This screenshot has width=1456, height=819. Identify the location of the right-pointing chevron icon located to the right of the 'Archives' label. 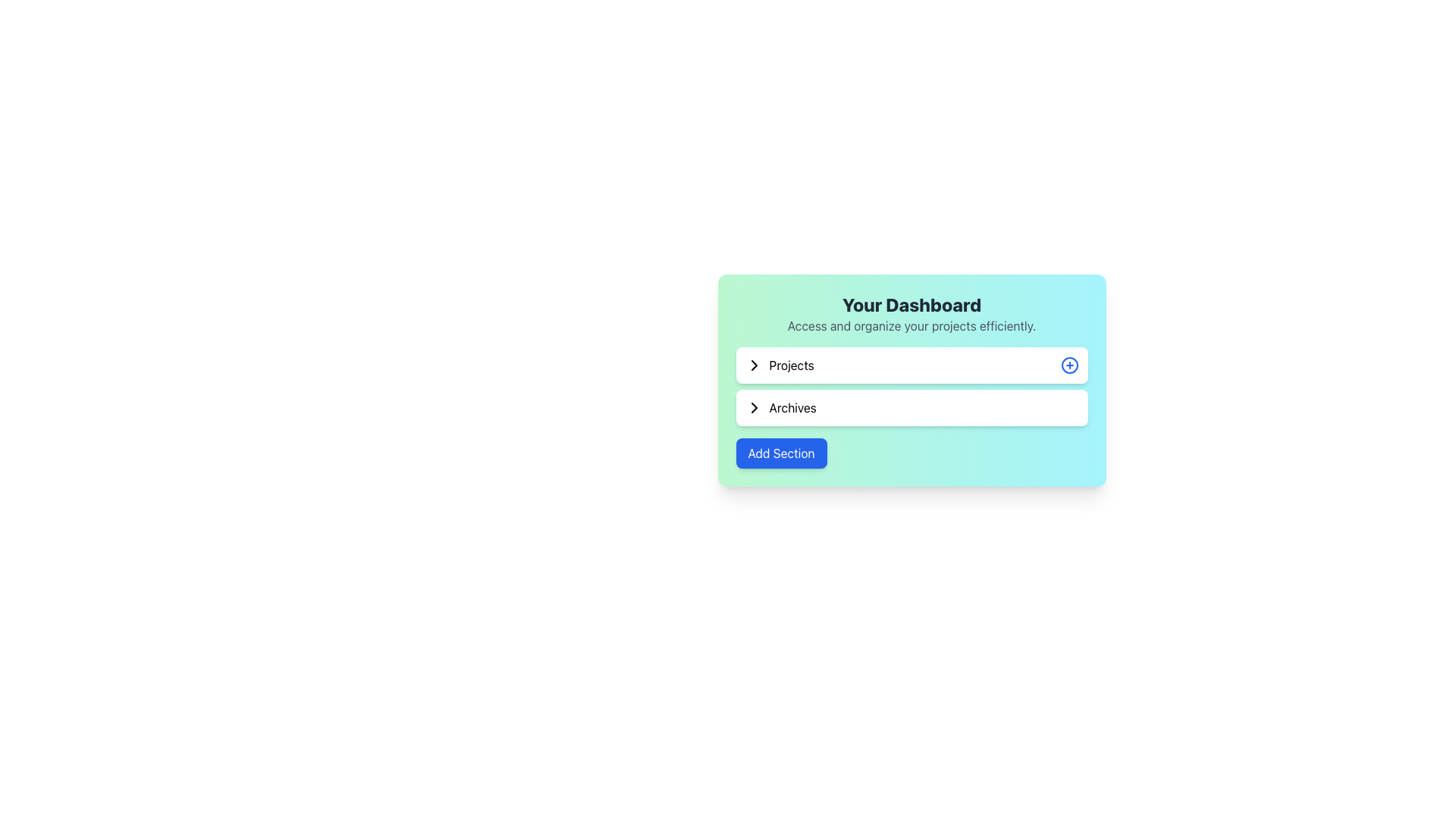
(754, 406).